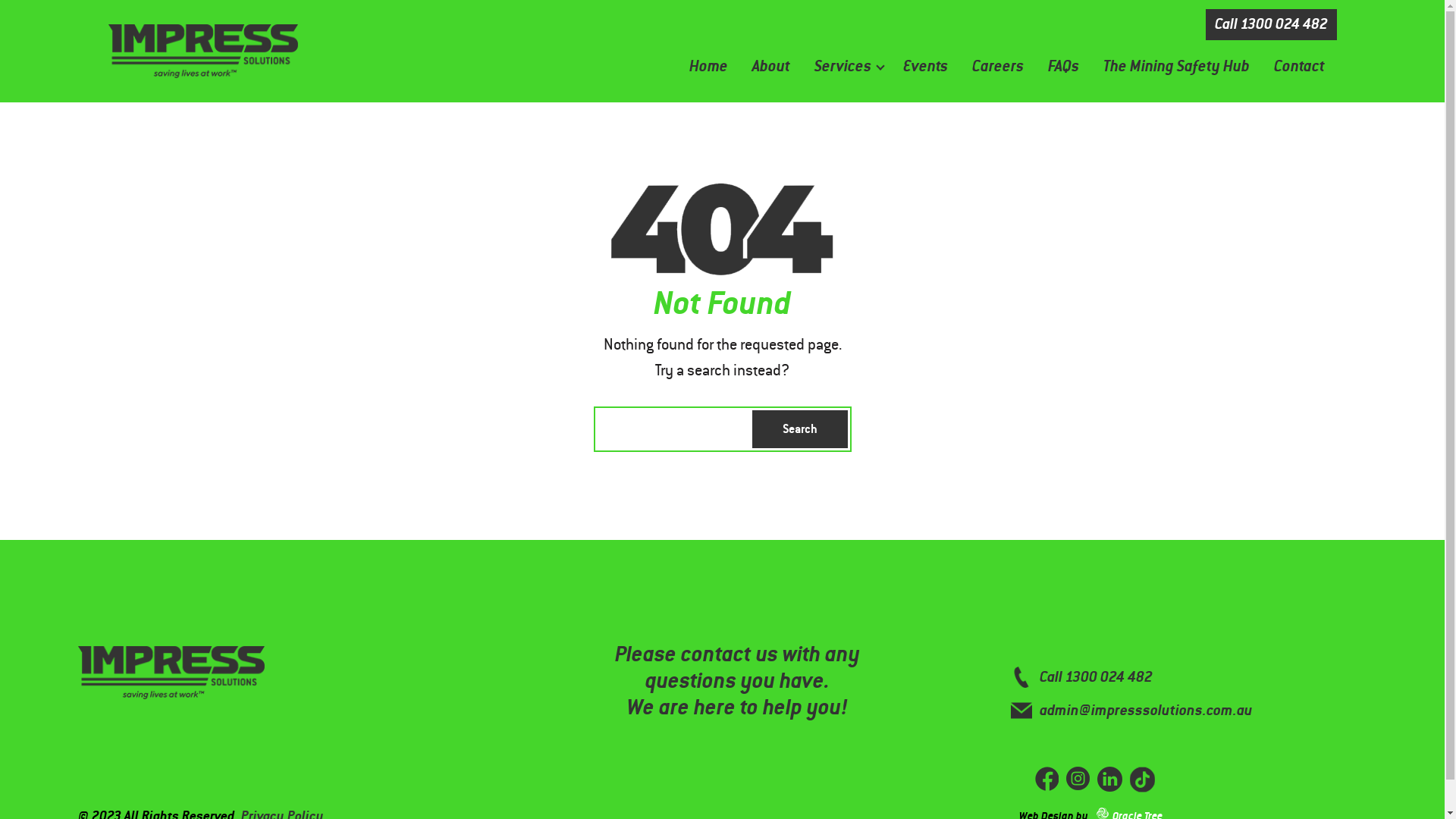 Image resolution: width=1456 pixels, height=819 pixels. I want to click on 'Events', so click(924, 65).